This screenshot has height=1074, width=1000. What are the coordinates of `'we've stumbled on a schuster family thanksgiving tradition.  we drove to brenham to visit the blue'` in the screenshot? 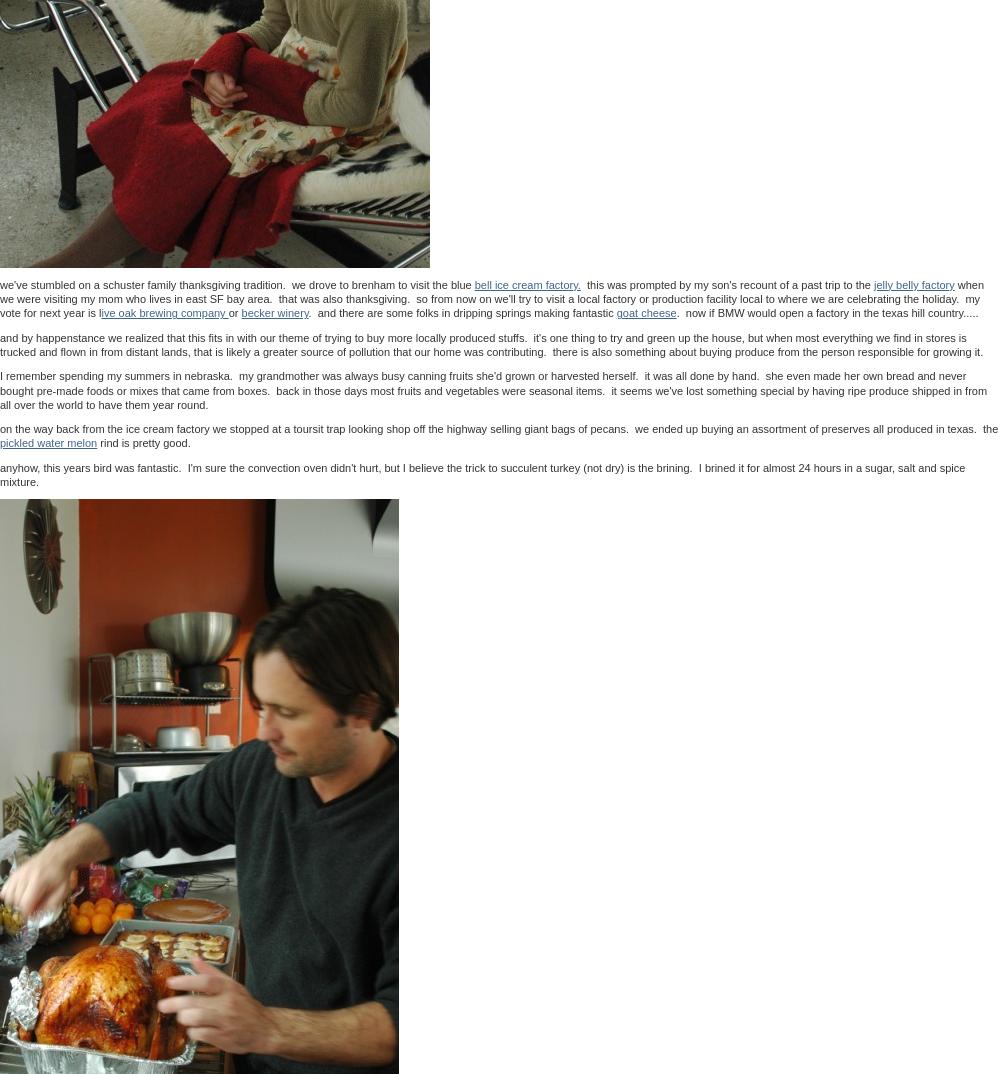 It's located at (236, 283).